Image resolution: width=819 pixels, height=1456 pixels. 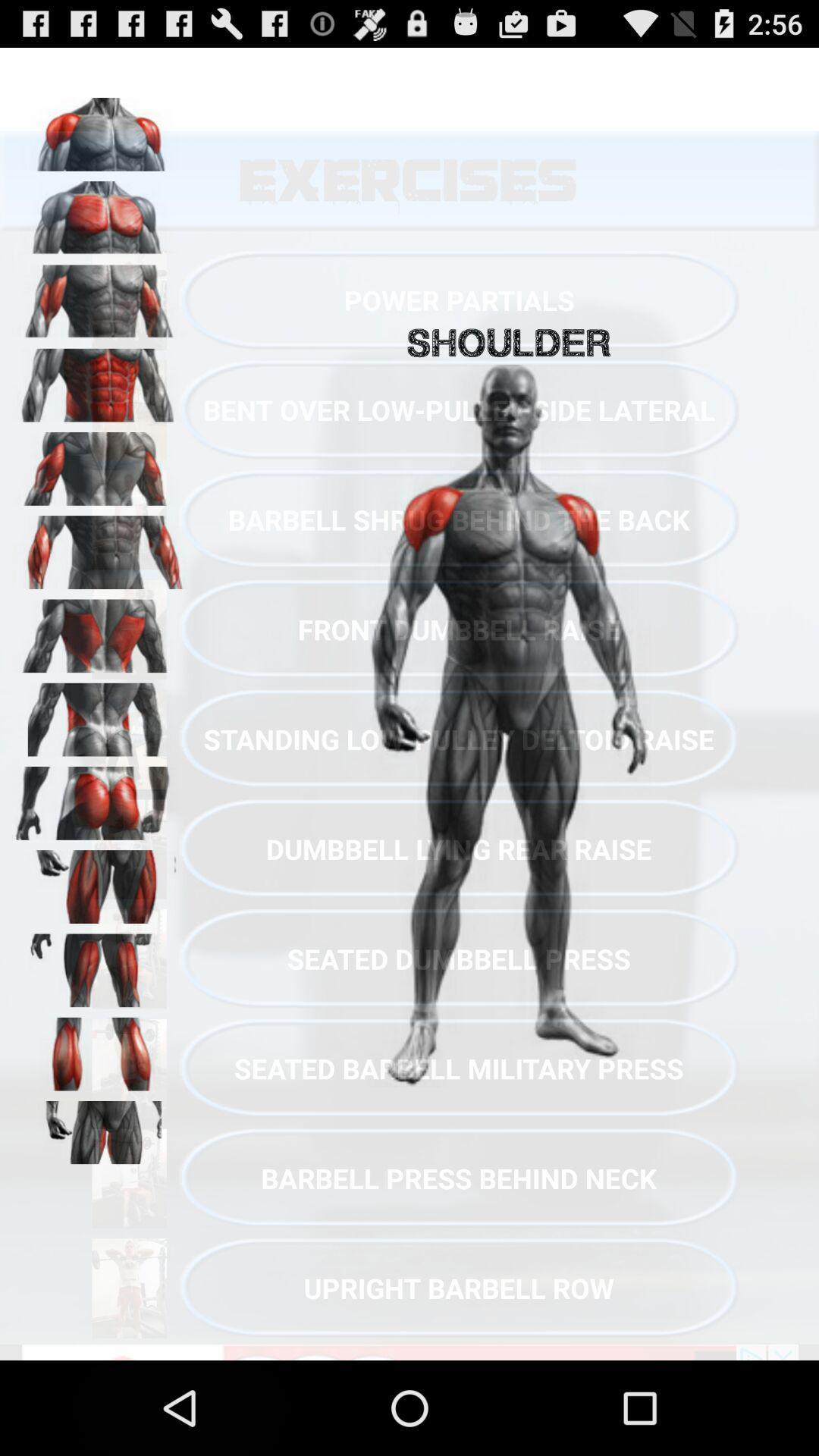 What do you see at coordinates (99, 297) in the screenshot?
I see `show shoulder muscles` at bounding box center [99, 297].